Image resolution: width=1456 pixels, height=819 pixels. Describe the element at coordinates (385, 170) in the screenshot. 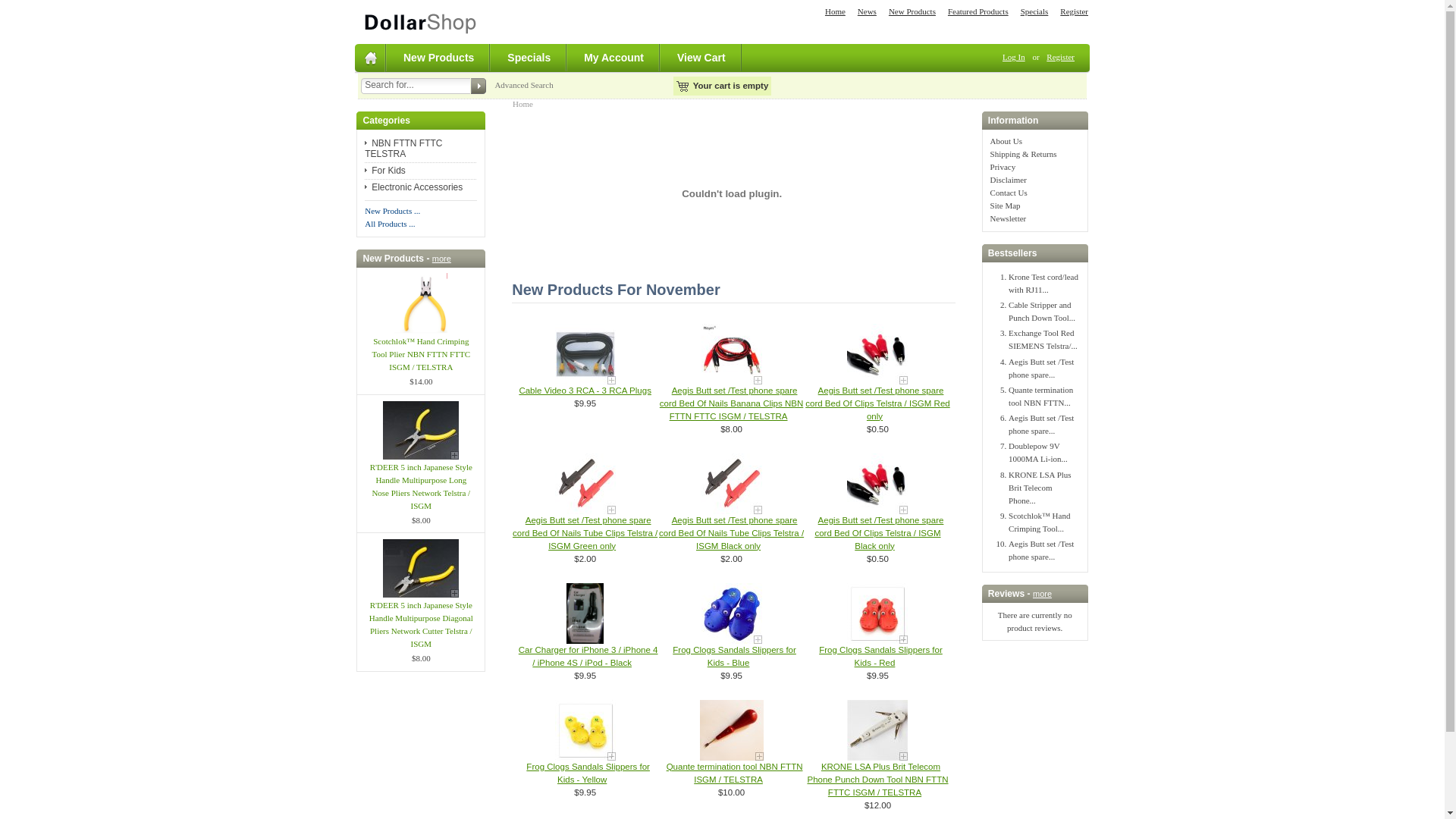

I see `'For Kids'` at that location.